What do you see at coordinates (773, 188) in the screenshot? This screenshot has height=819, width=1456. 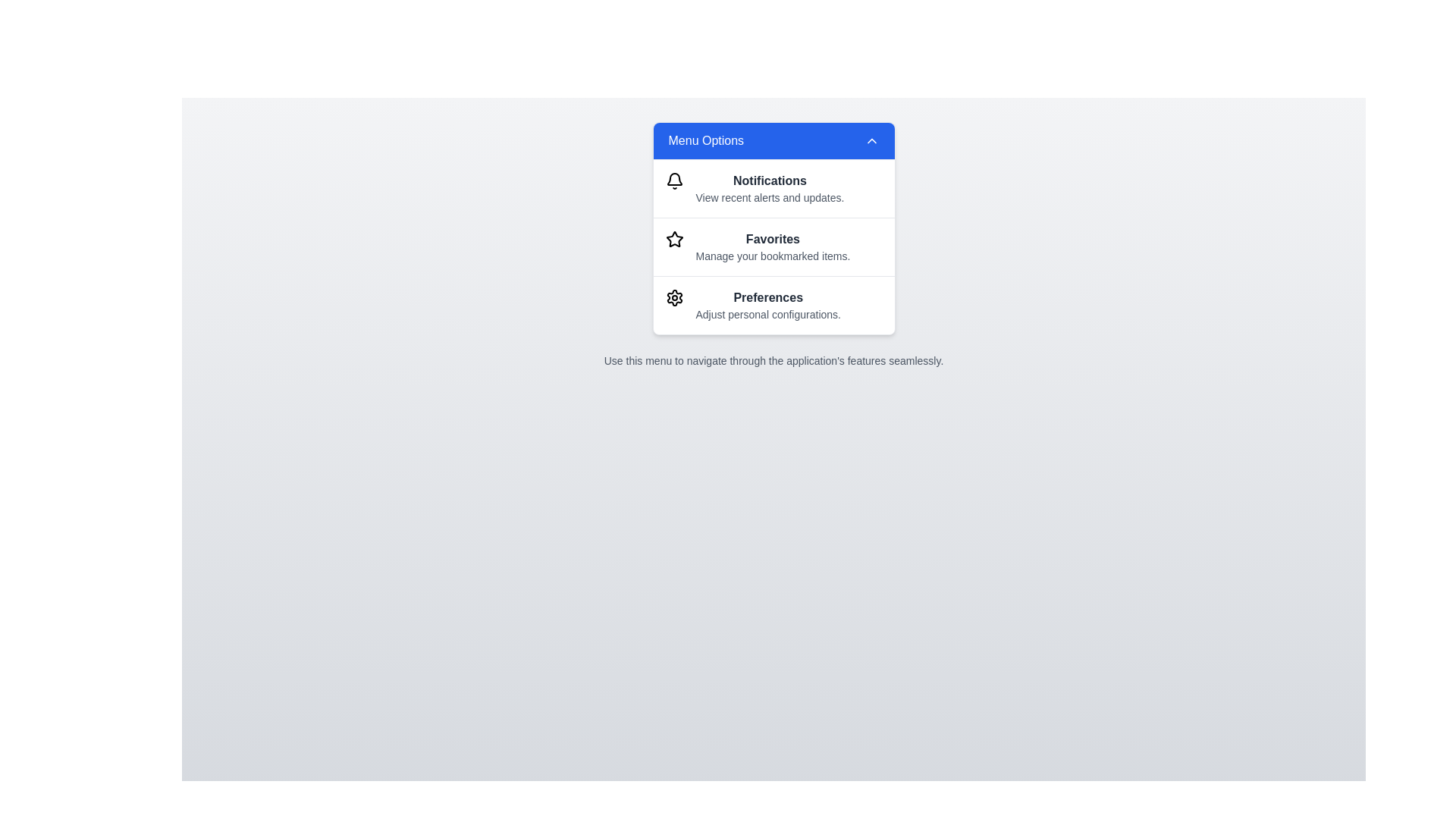 I see `the menu option Notifications from the VibrantInteractiveMenu` at bounding box center [773, 188].